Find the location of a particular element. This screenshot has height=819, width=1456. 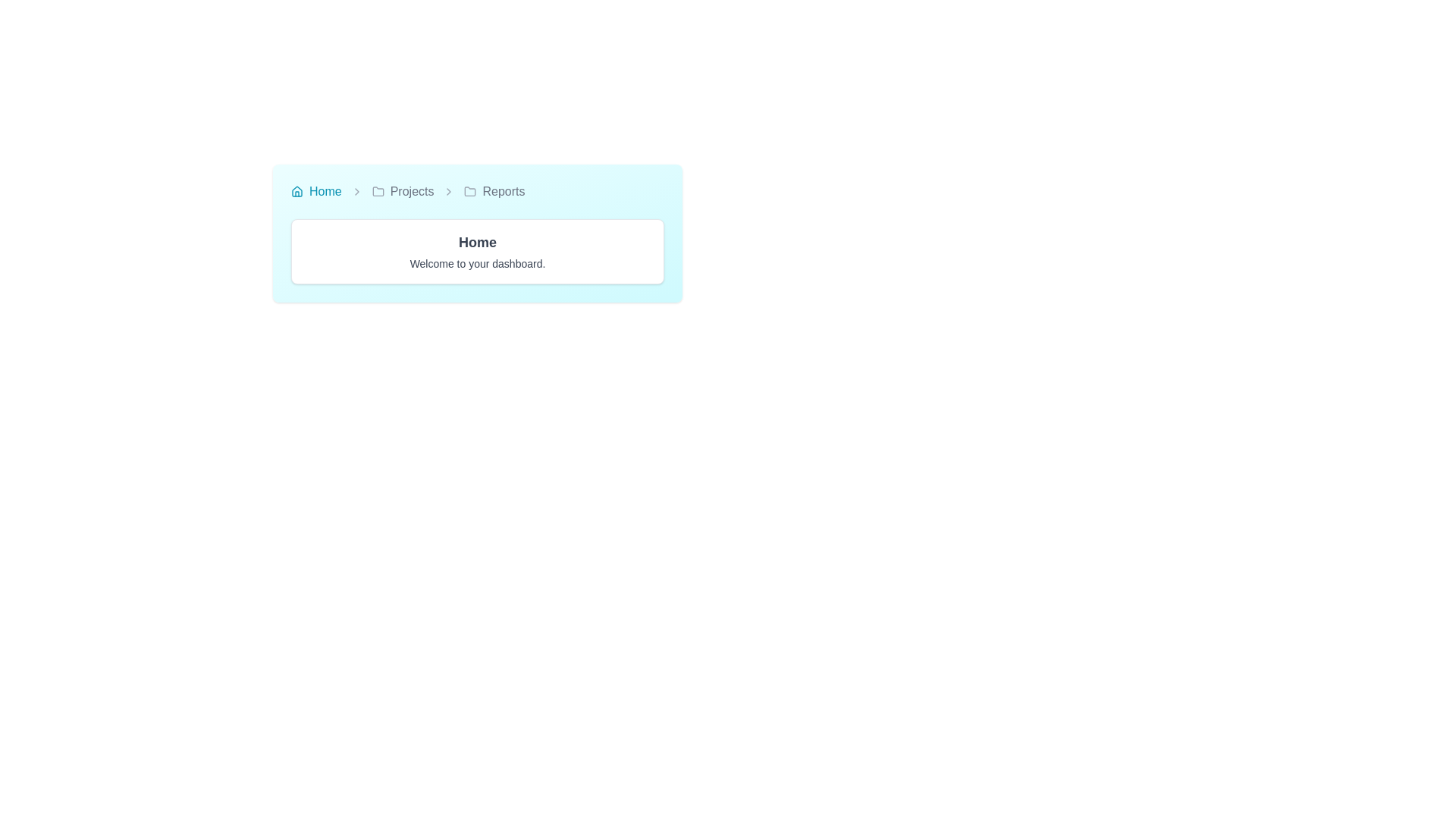

the 'Home' breadcrumb navigation item is located at coordinates (315, 191).